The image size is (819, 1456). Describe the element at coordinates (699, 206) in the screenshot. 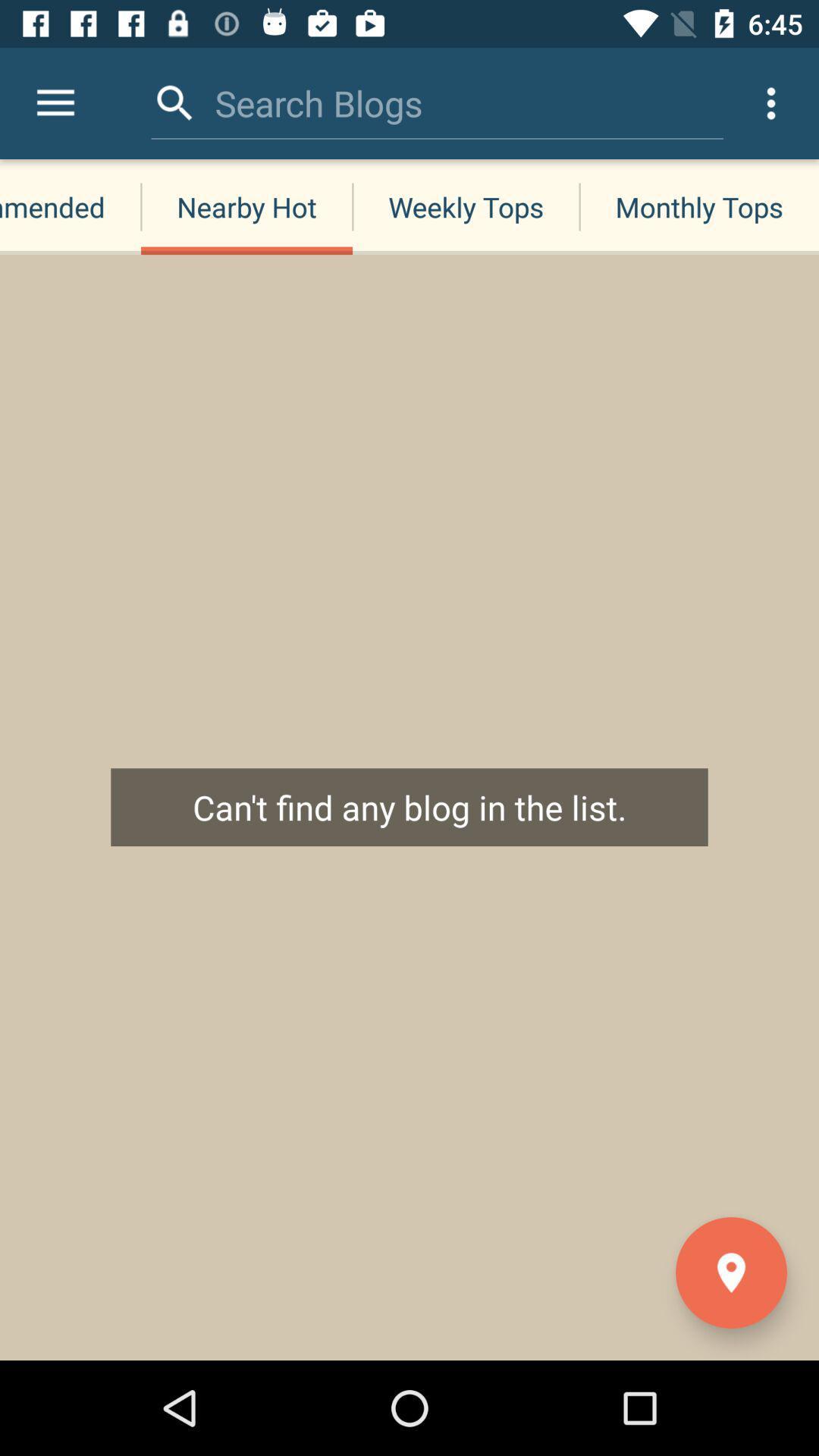

I see `the monthly tops` at that location.